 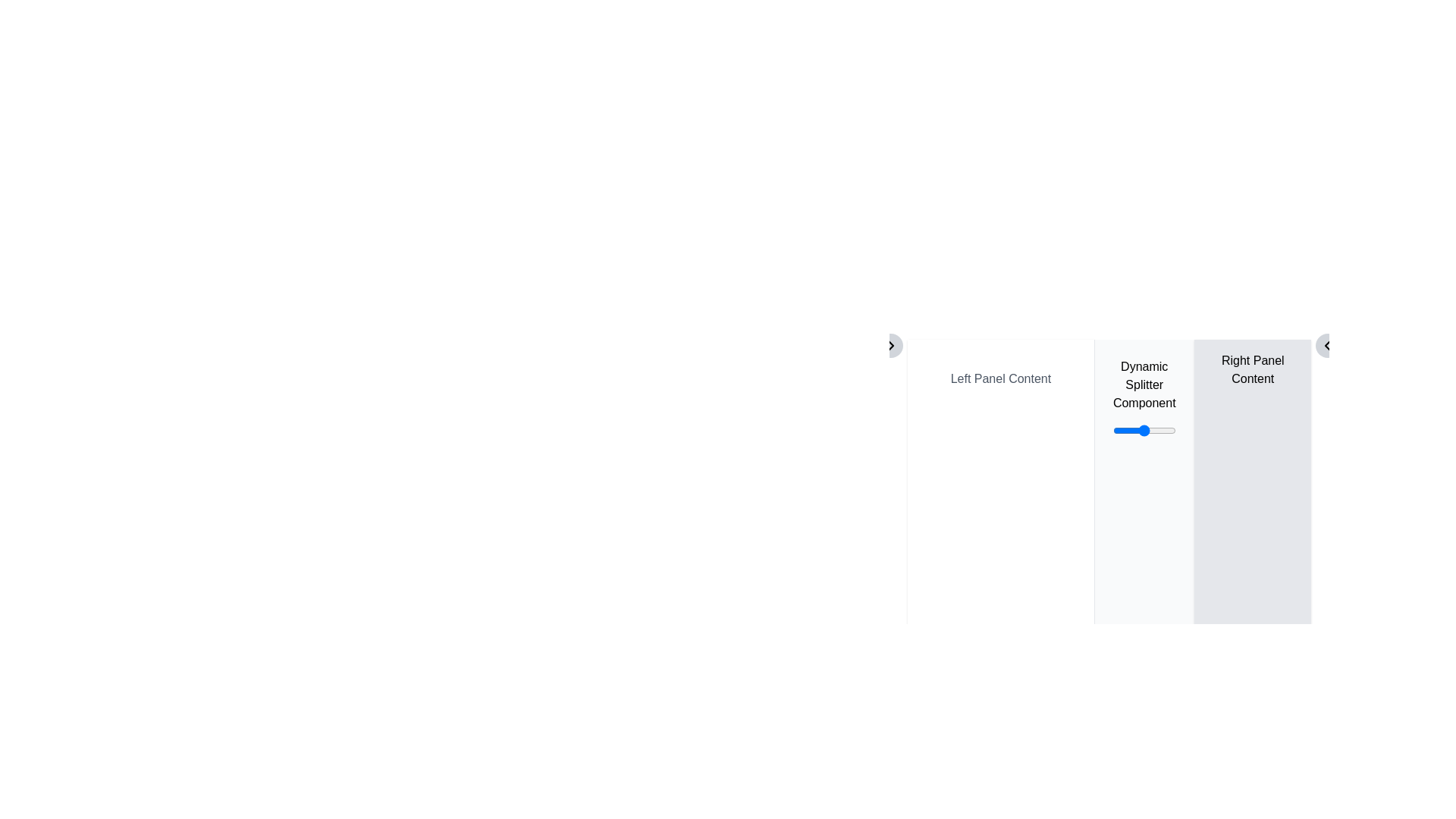 What do you see at coordinates (1327, 345) in the screenshot?
I see `the button that collapses or closes the left panel, located at the top right corner above the 'Left Panel Content' label` at bounding box center [1327, 345].